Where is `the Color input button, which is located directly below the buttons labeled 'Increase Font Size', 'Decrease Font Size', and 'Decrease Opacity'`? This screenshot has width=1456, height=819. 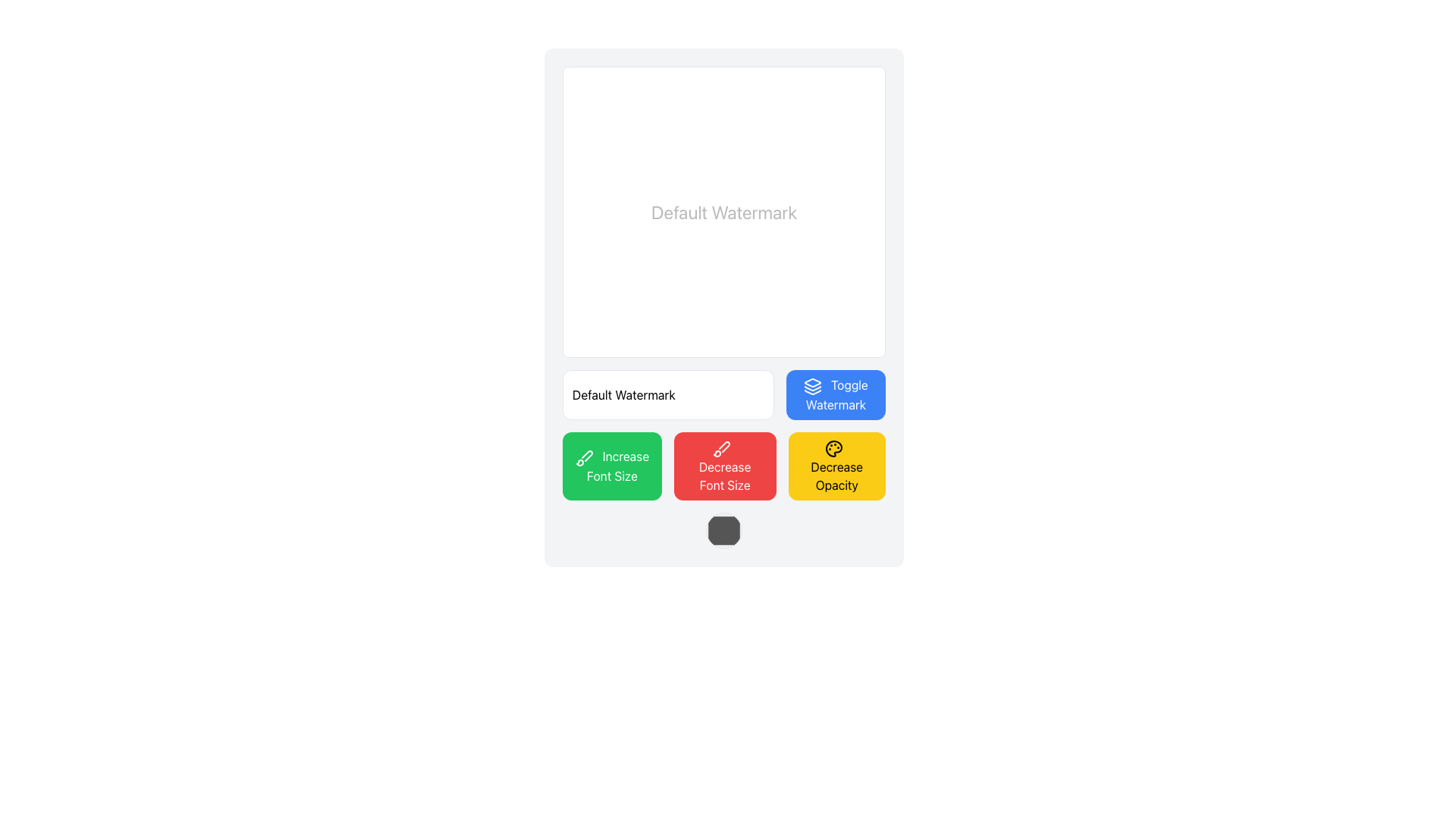
the Color input button, which is located directly below the buttons labeled 'Increase Font Size', 'Decrease Font Size', and 'Decrease Opacity' is located at coordinates (723, 529).